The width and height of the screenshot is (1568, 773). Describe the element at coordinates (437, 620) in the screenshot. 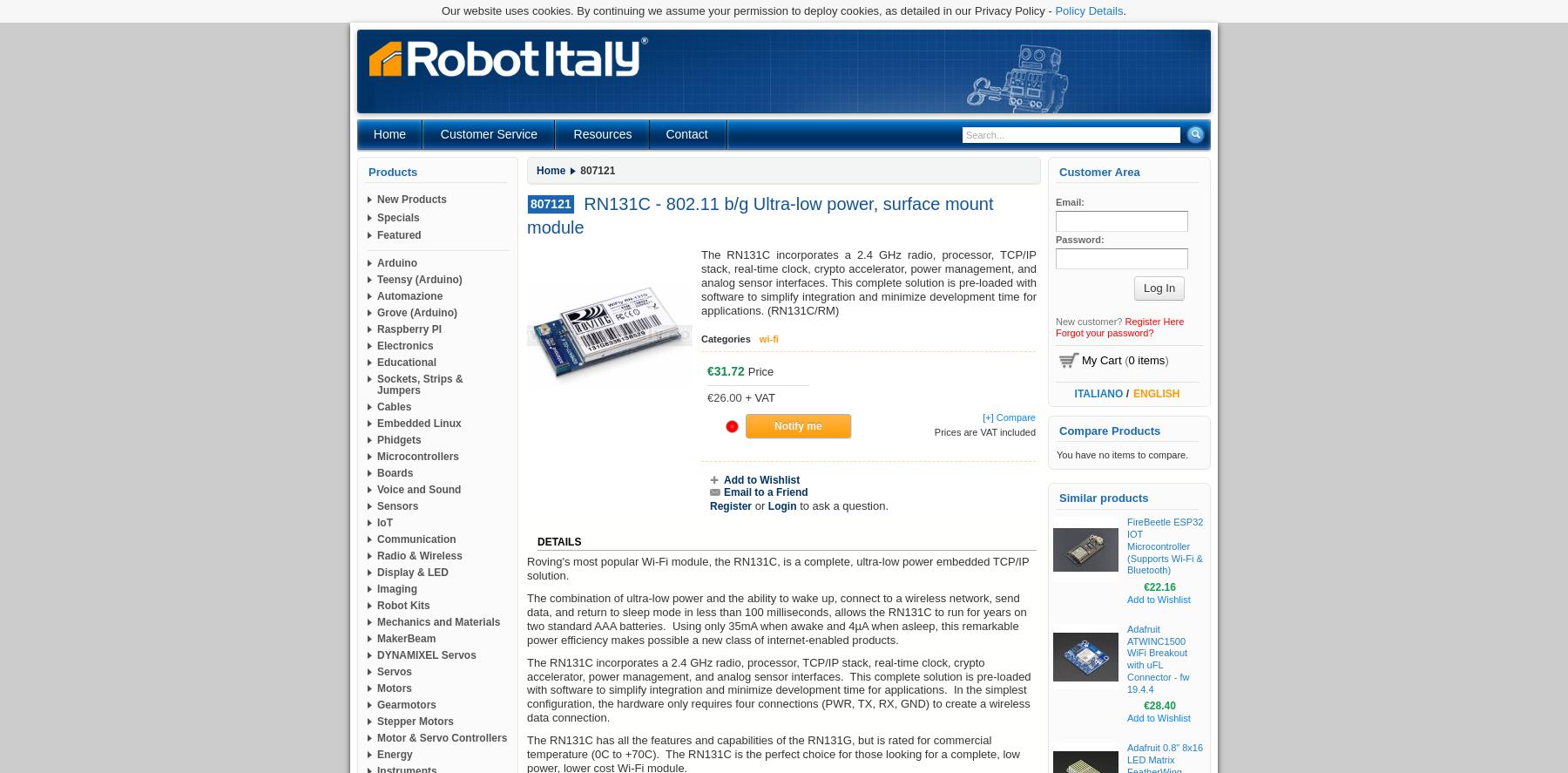

I see `'Mechanics and Materials'` at that location.